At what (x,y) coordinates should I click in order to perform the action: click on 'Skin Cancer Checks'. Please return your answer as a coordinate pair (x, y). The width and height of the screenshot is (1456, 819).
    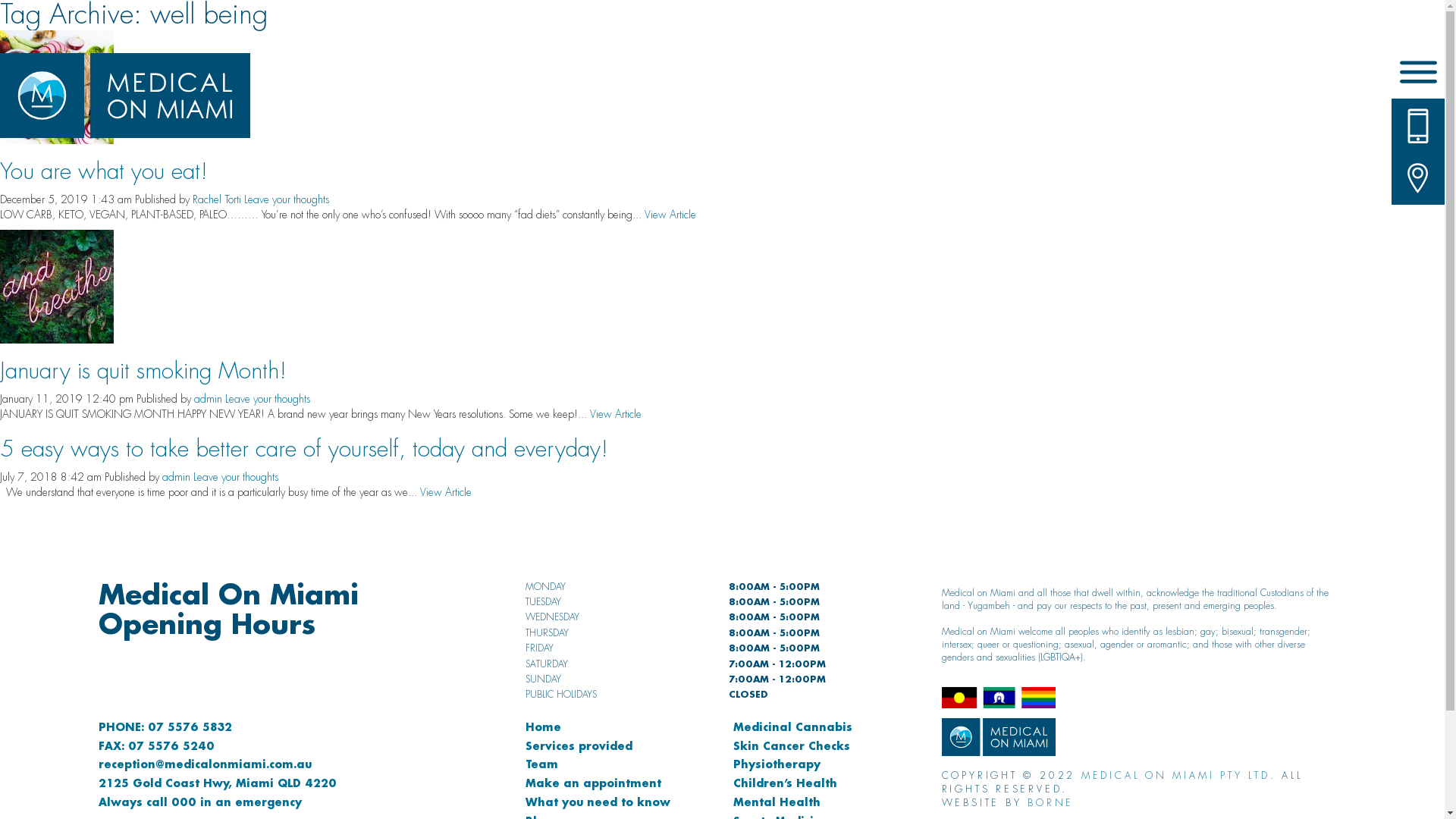
    Looking at the image, I should click on (790, 745).